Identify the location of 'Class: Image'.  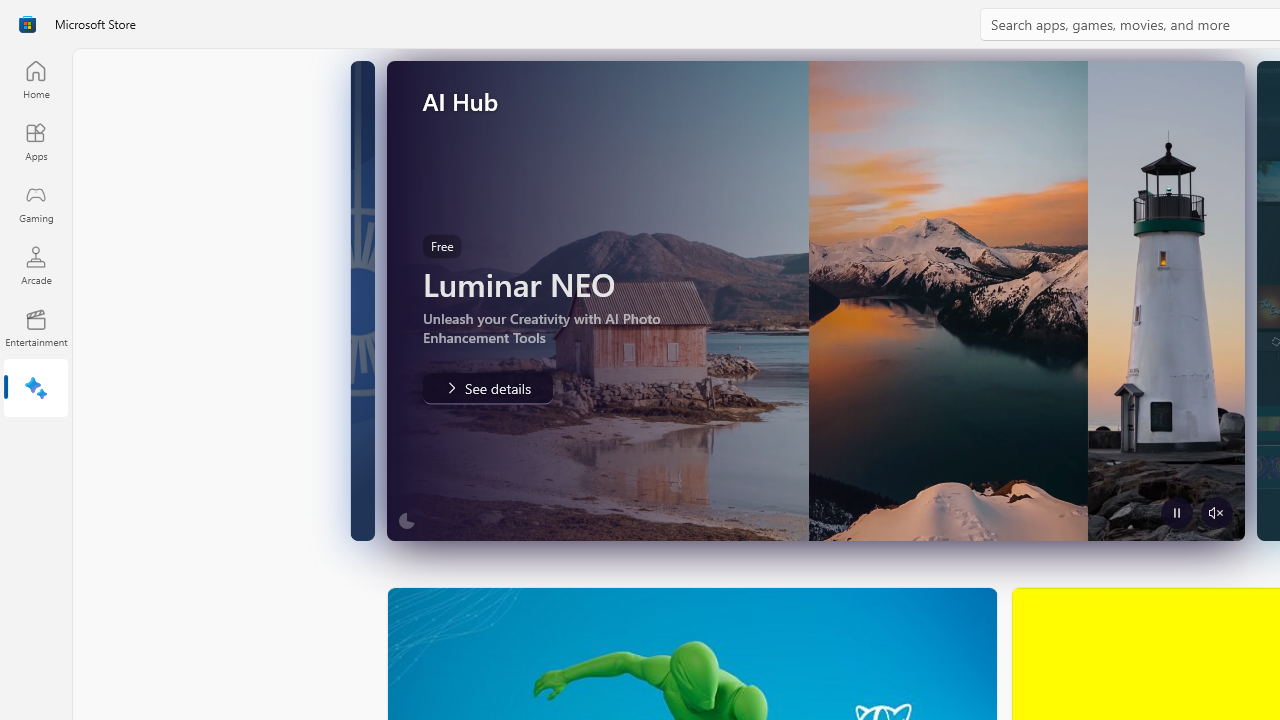
(27, 24).